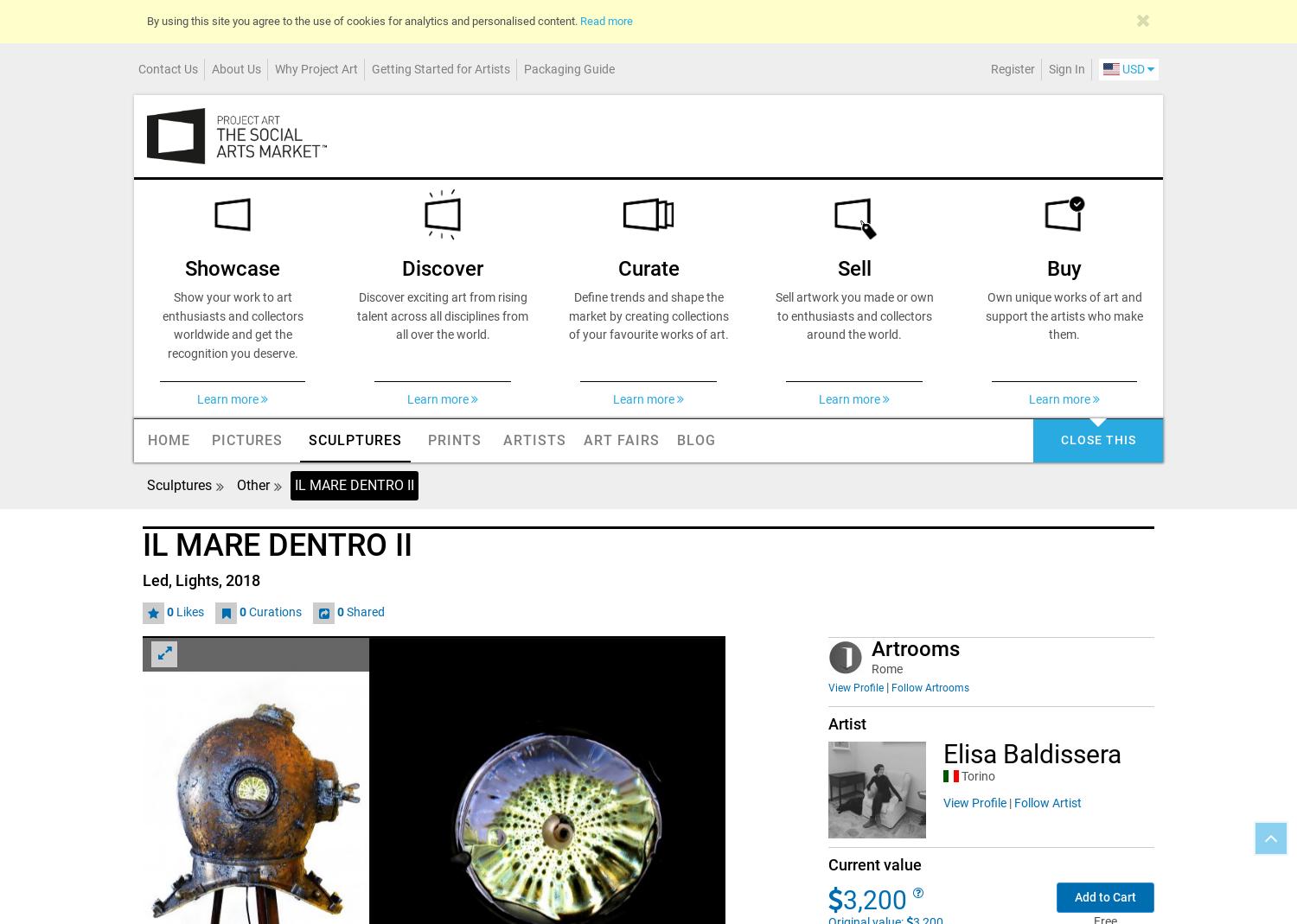 The width and height of the screenshot is (1297, 924). What do you see at coordinates (916, 650) in the screenshot?
I see `'Artrooms'` at bounding box center [916, 650].